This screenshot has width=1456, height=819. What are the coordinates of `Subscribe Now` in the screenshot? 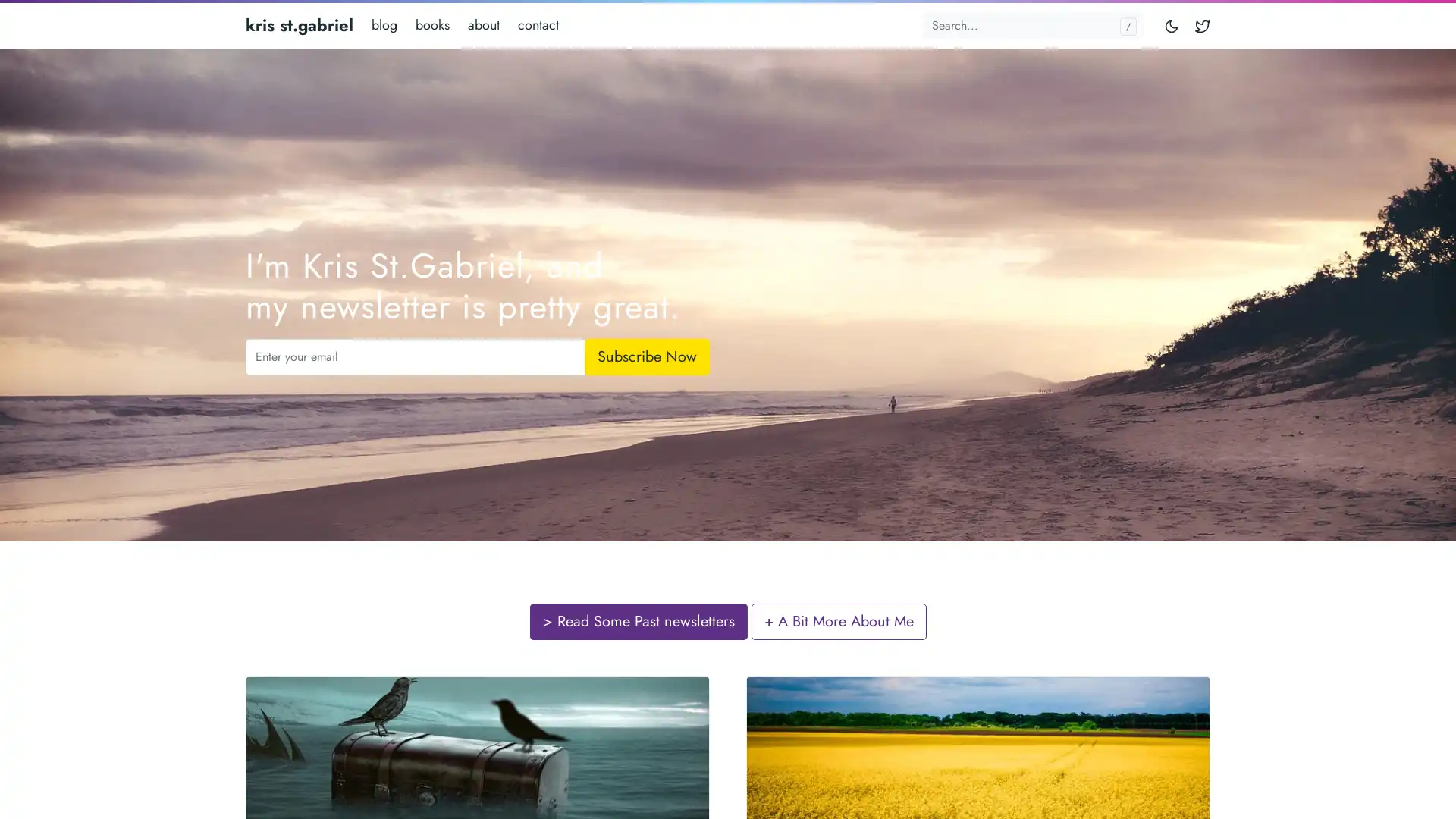 It's located at (647, 356).